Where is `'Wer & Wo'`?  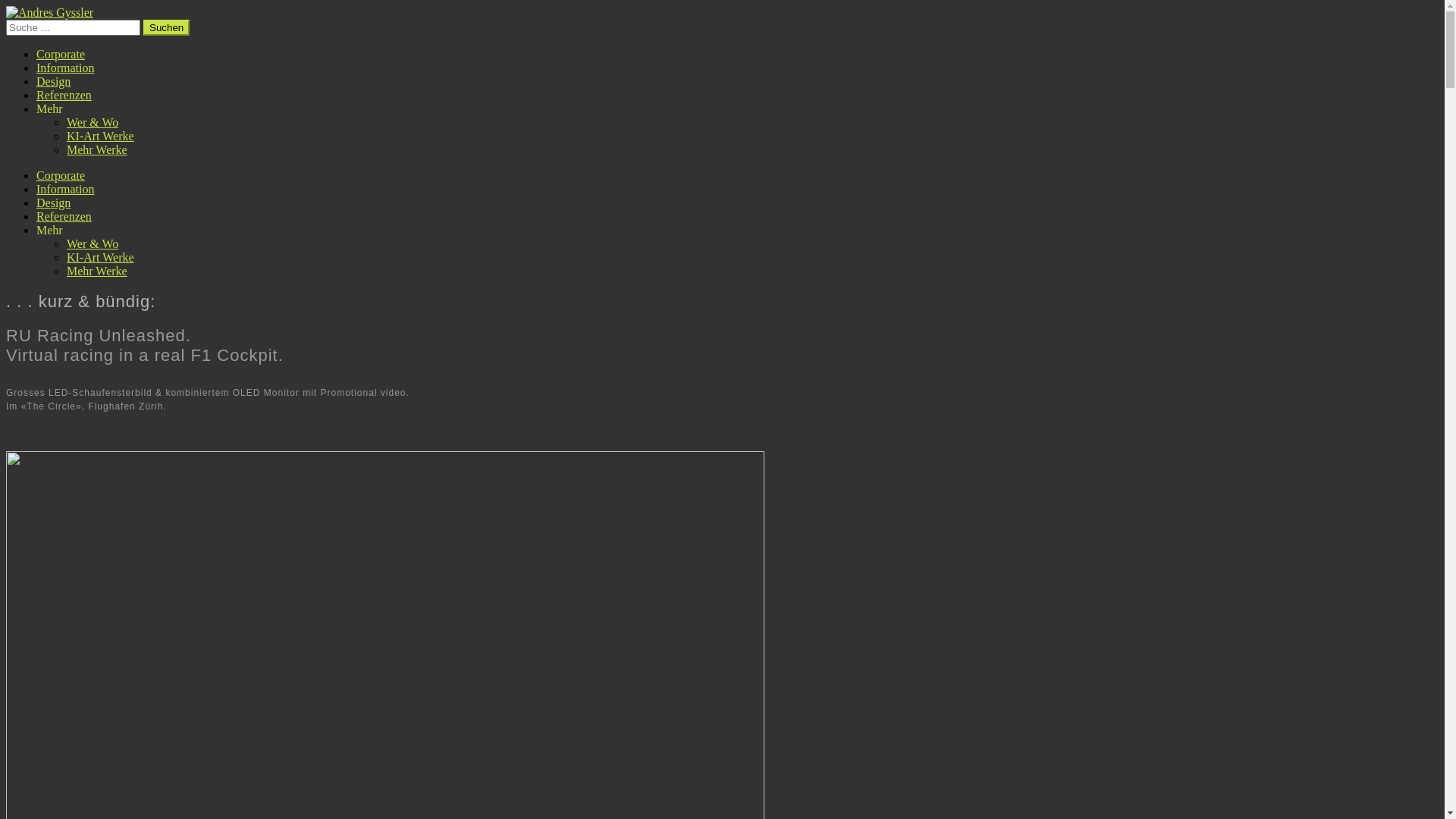
'Wer & Wo' is located at coordinates (91, 243).